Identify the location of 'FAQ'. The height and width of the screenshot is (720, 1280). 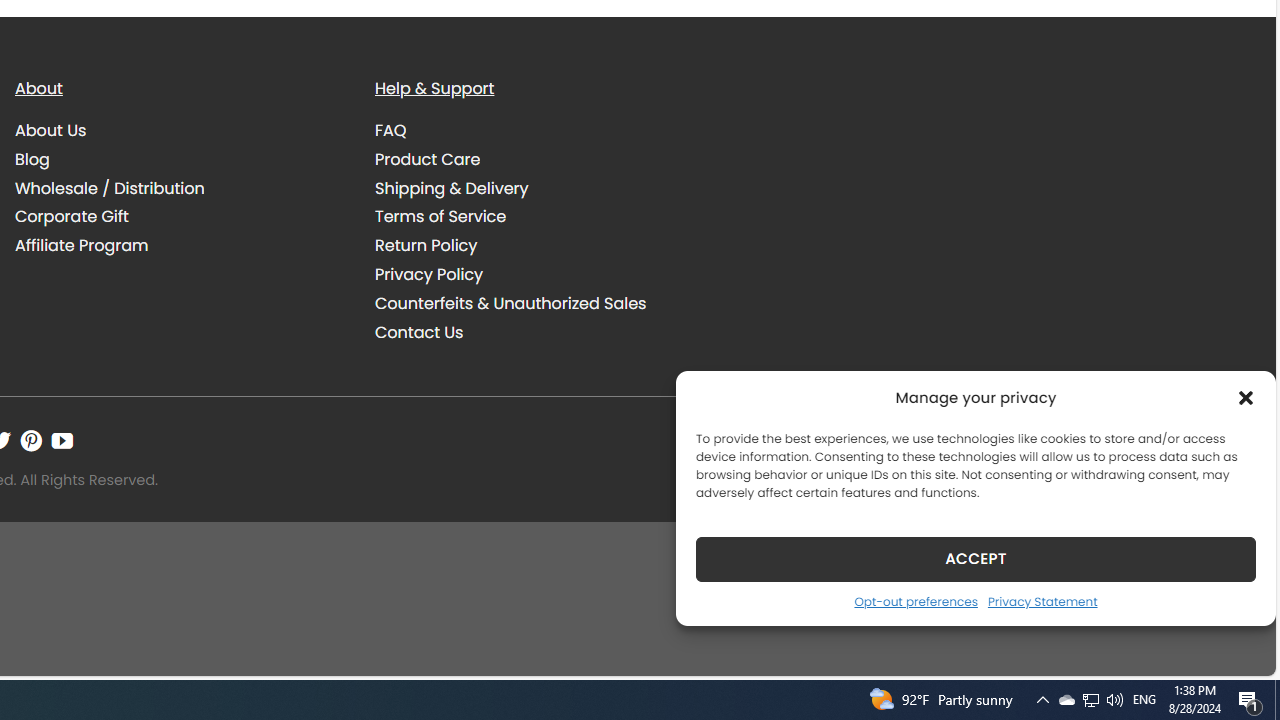
(391, 131).